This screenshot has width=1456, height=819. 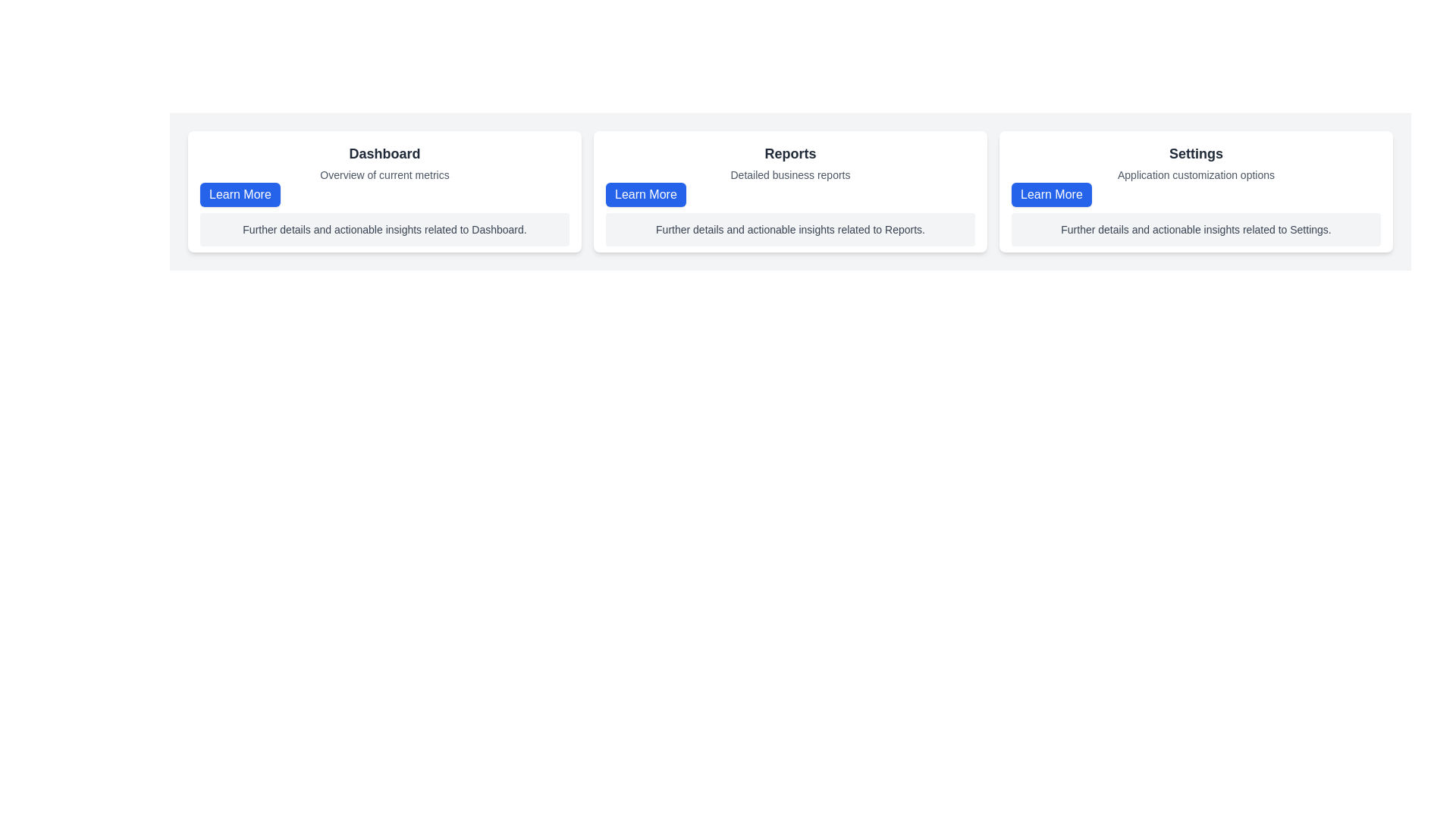 I want to click on the title text label centered in the middle card to trigger any tooltips that may appear, so click(x=789, y=154).